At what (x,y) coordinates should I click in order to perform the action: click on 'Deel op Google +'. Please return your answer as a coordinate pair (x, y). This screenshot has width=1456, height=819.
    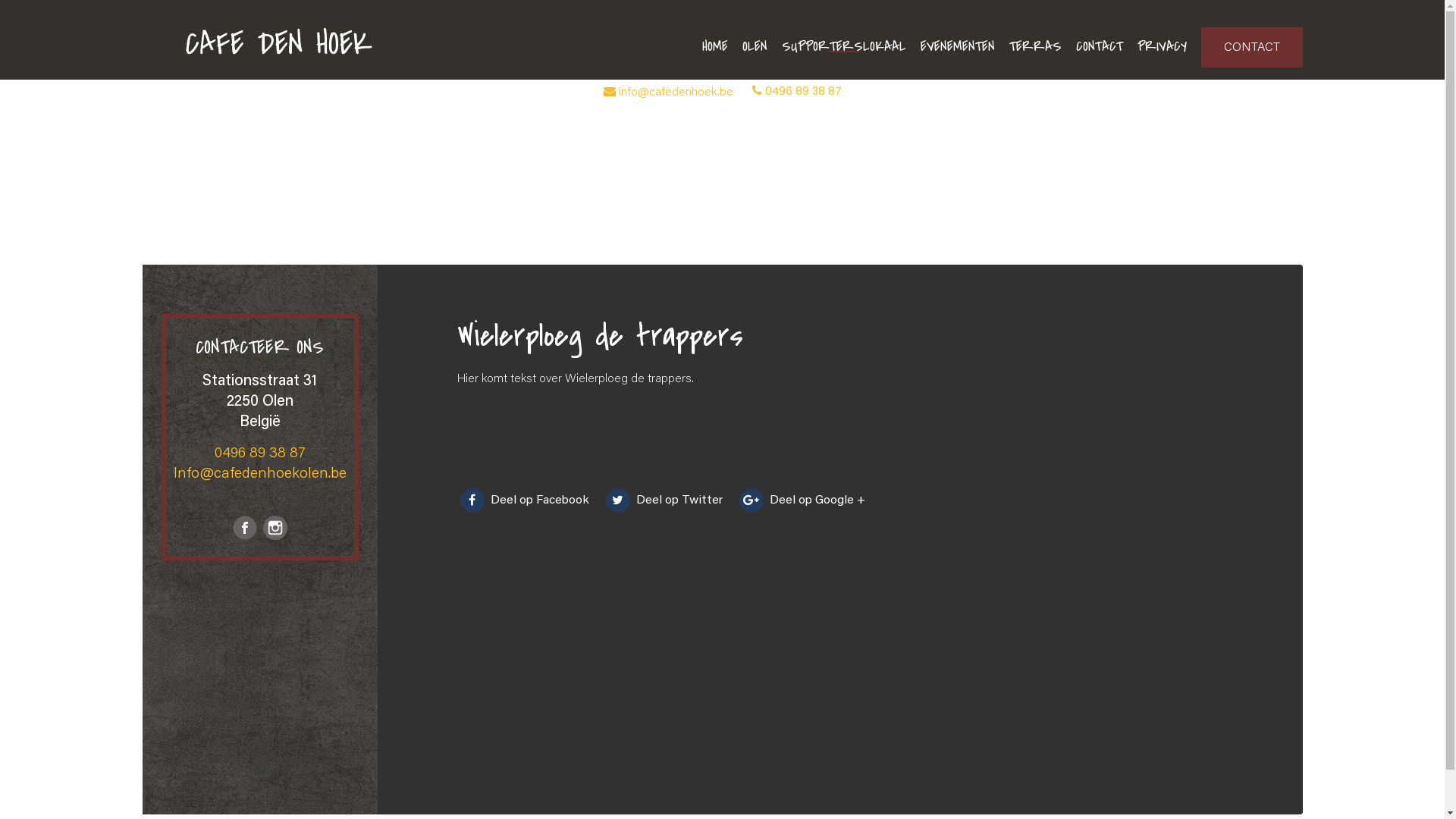
    Looking at the image, I should click on (800, 500).